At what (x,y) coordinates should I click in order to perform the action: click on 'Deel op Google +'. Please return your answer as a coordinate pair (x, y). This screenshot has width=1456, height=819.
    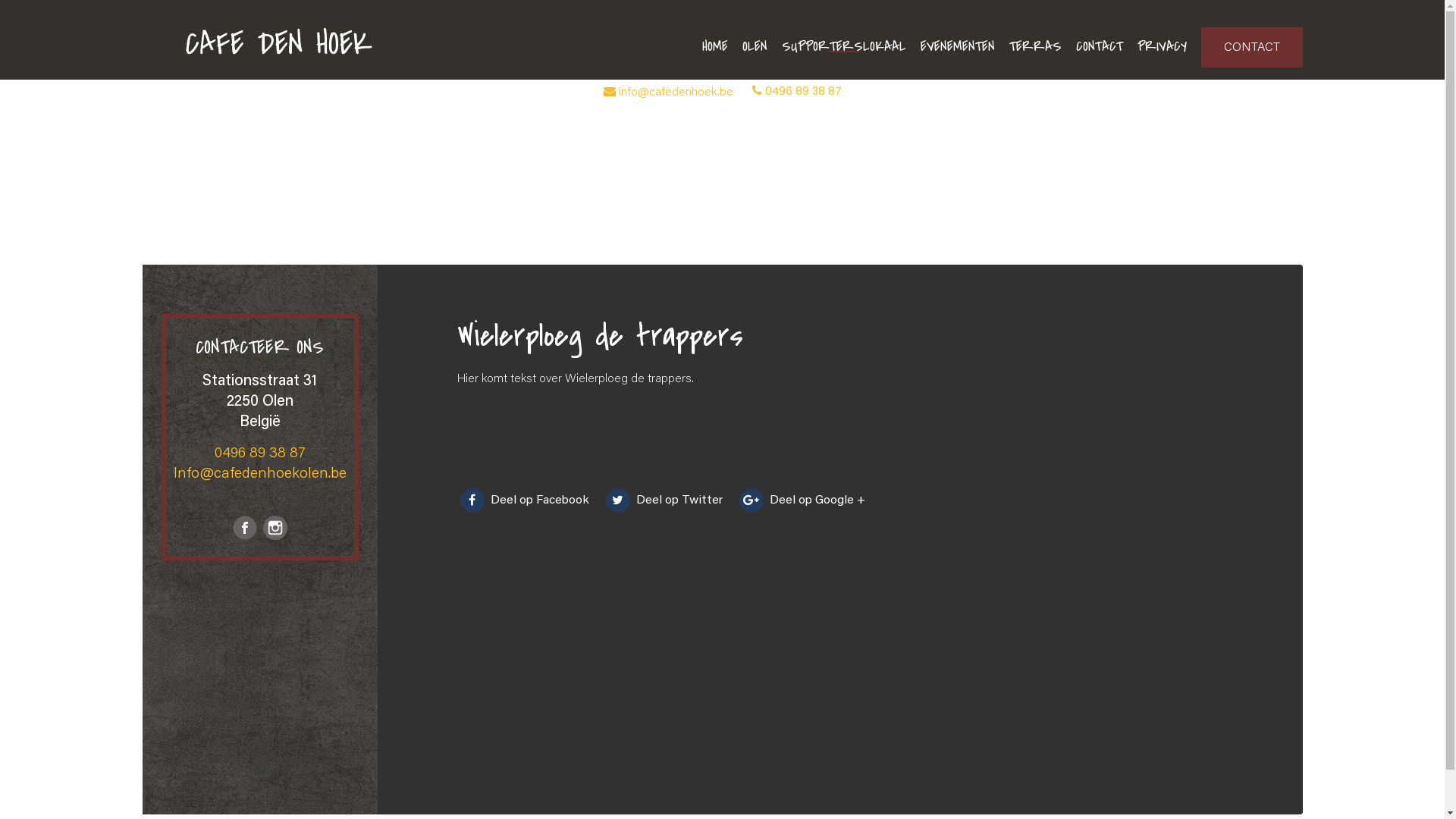
    Looking at the image, I should click on (800, 500).